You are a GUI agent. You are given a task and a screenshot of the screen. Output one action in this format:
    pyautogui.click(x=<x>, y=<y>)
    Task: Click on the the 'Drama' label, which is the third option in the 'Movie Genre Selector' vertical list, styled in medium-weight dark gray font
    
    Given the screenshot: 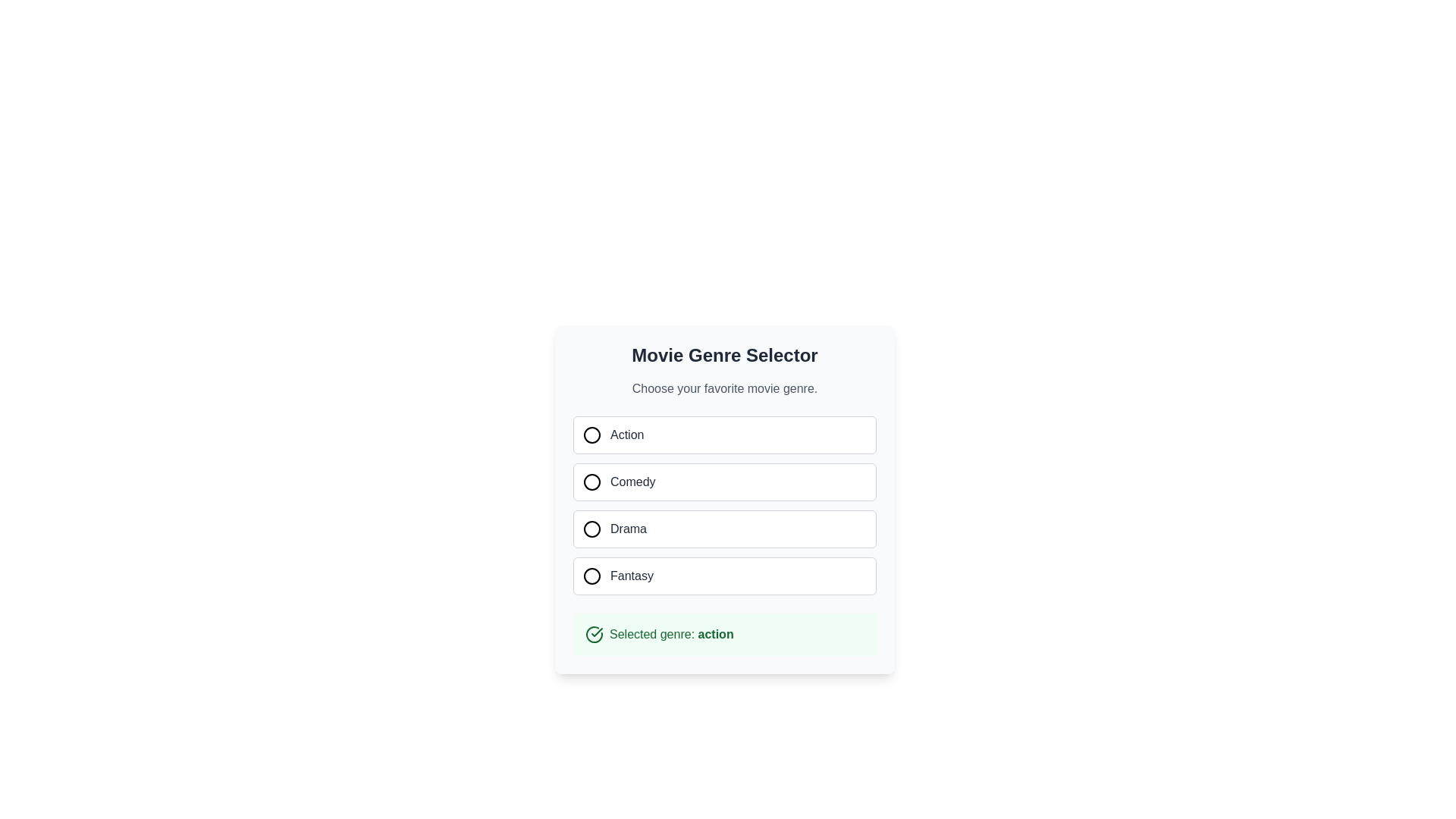 What is the action you would take?
    pyautogui.click(x=629, y=529)
    